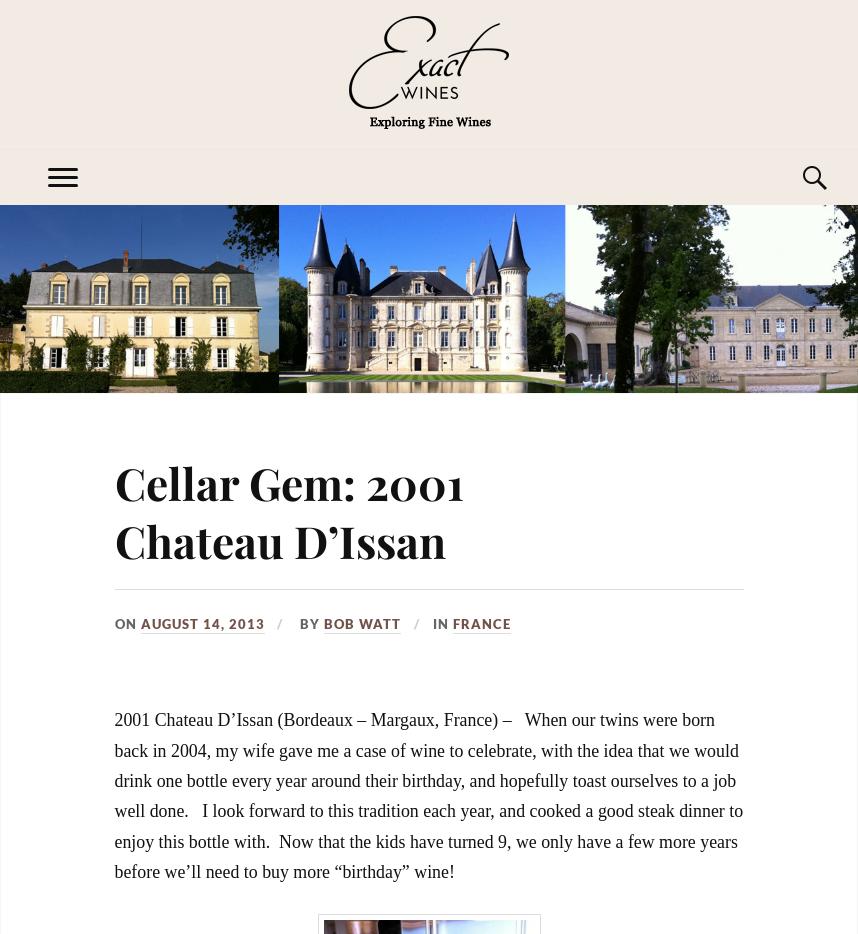  I want to click on 'Exploring Fine Wines', so click(128, 174).